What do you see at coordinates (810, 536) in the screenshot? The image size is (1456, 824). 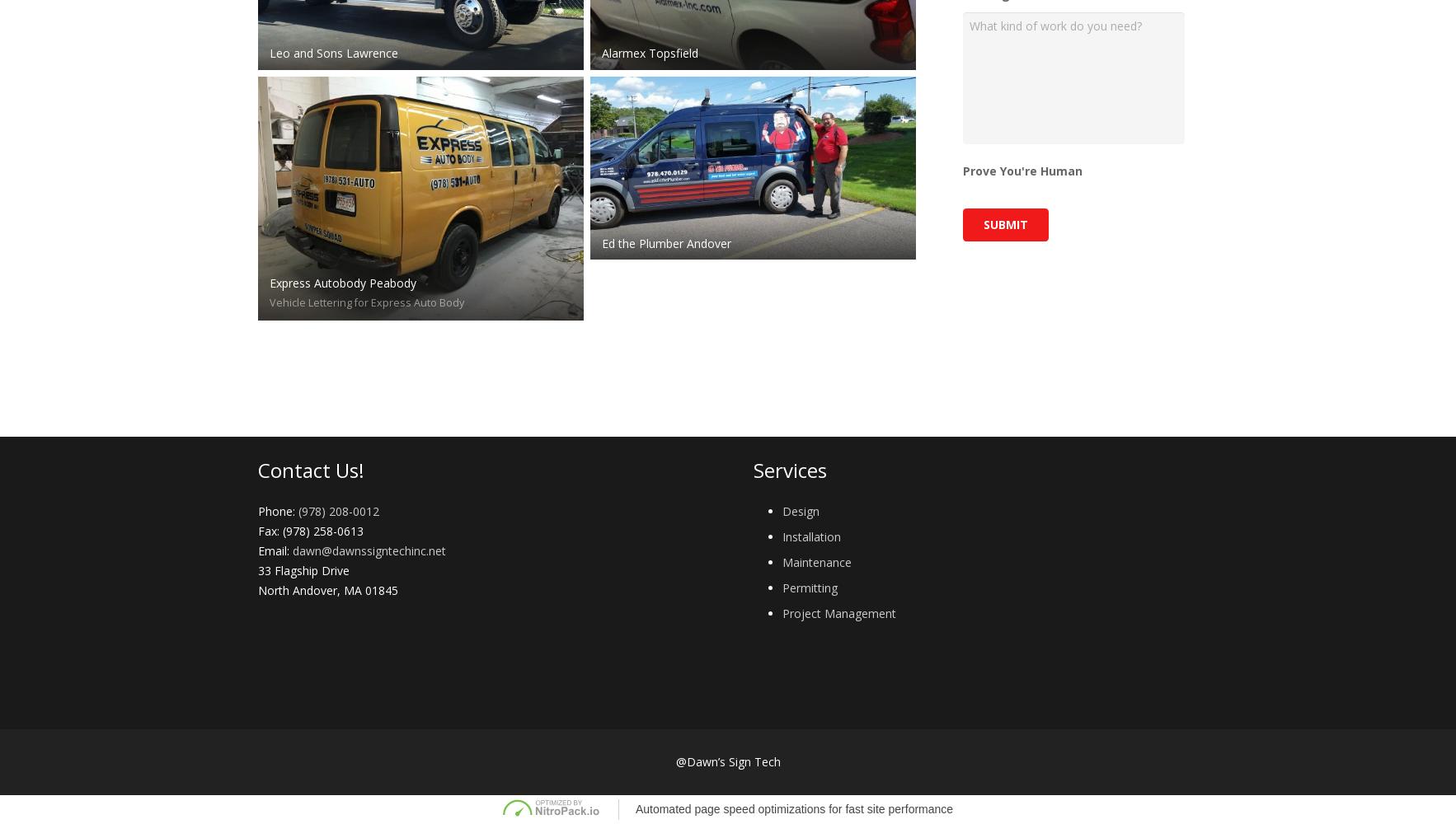 I see `'Installation'` at bounding box center [810, 536].